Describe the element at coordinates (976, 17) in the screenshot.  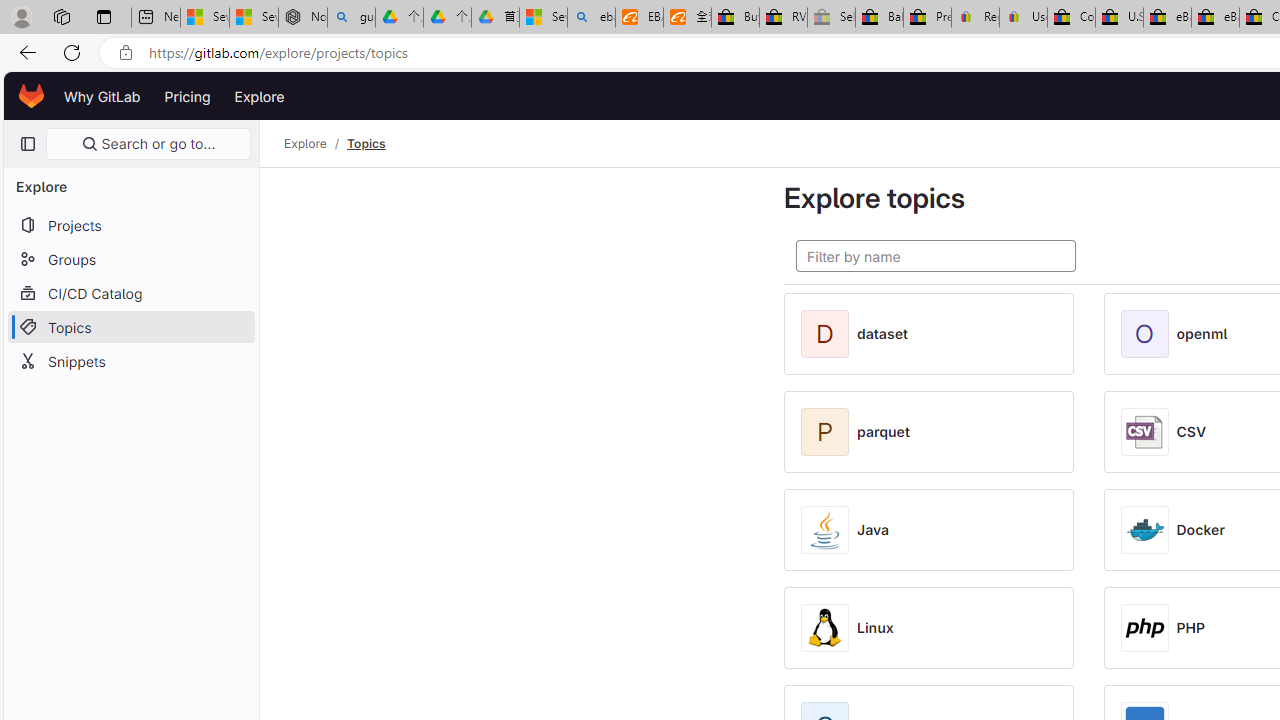
I see `'Register: Create a personal eBay account'` at that location.